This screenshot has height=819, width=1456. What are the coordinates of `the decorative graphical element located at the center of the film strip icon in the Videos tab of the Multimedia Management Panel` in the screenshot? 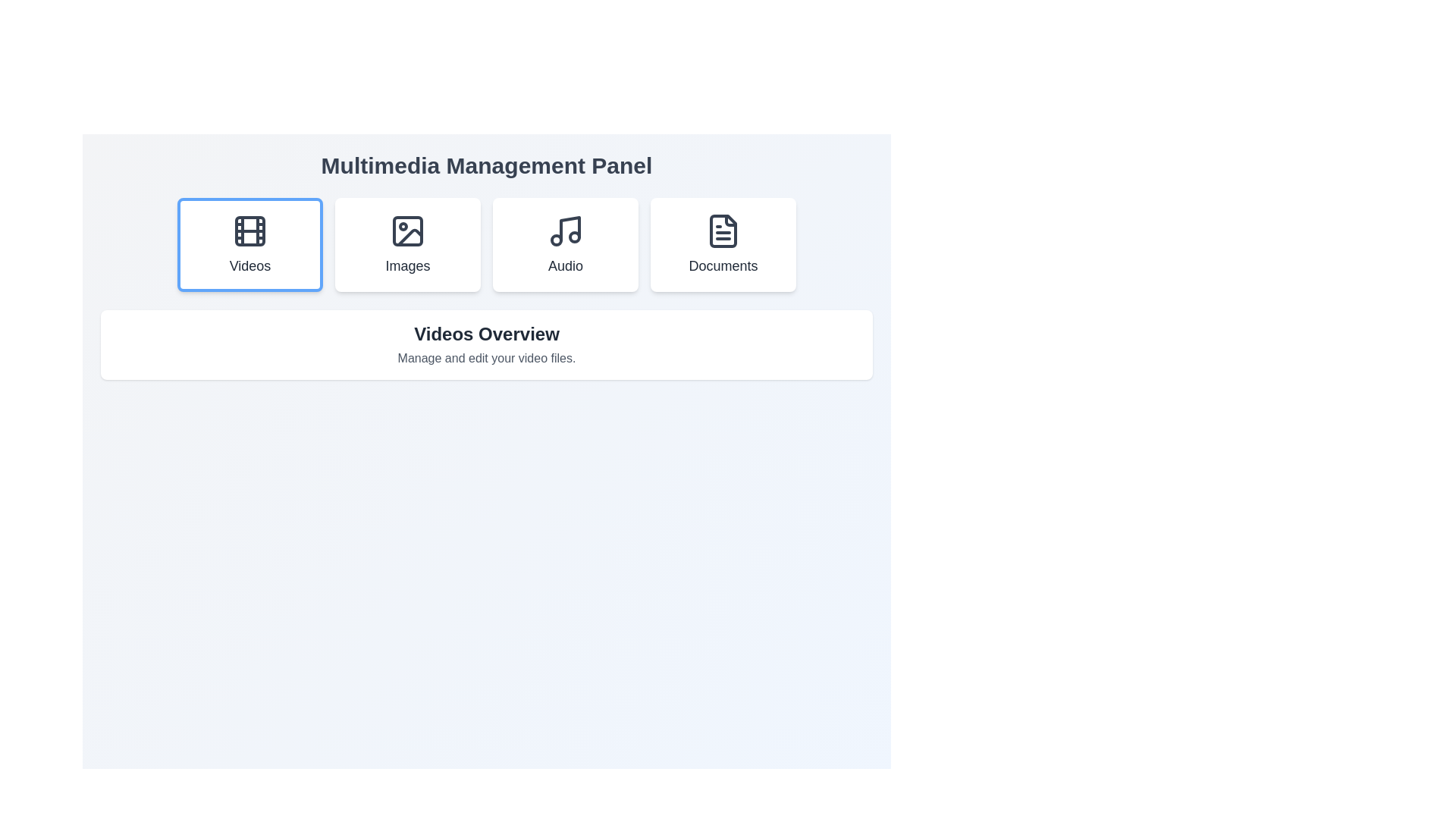 It's located at (250, 231).